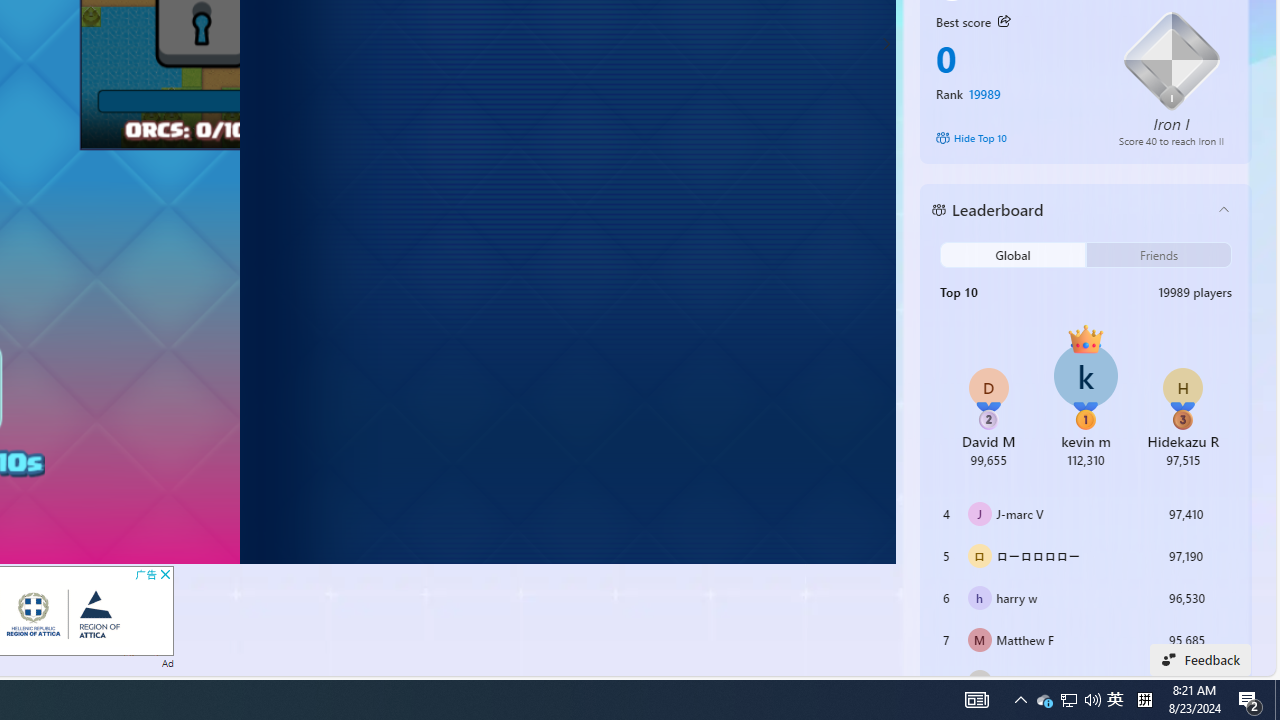 This screenshot has height=720, width=1280. I want to click on 'AutomationID: cbb', so click(165, 574).